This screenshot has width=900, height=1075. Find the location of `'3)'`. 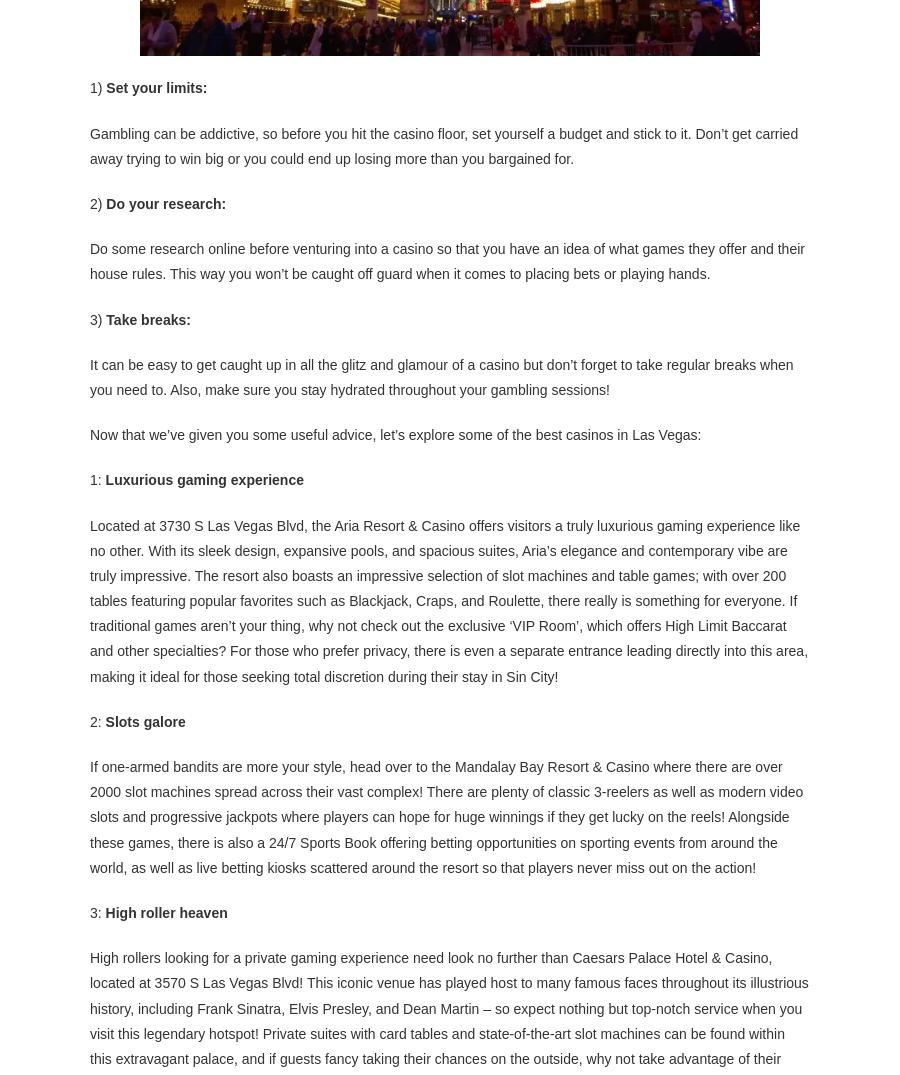

'3)' is located at coordinates (97, 316).